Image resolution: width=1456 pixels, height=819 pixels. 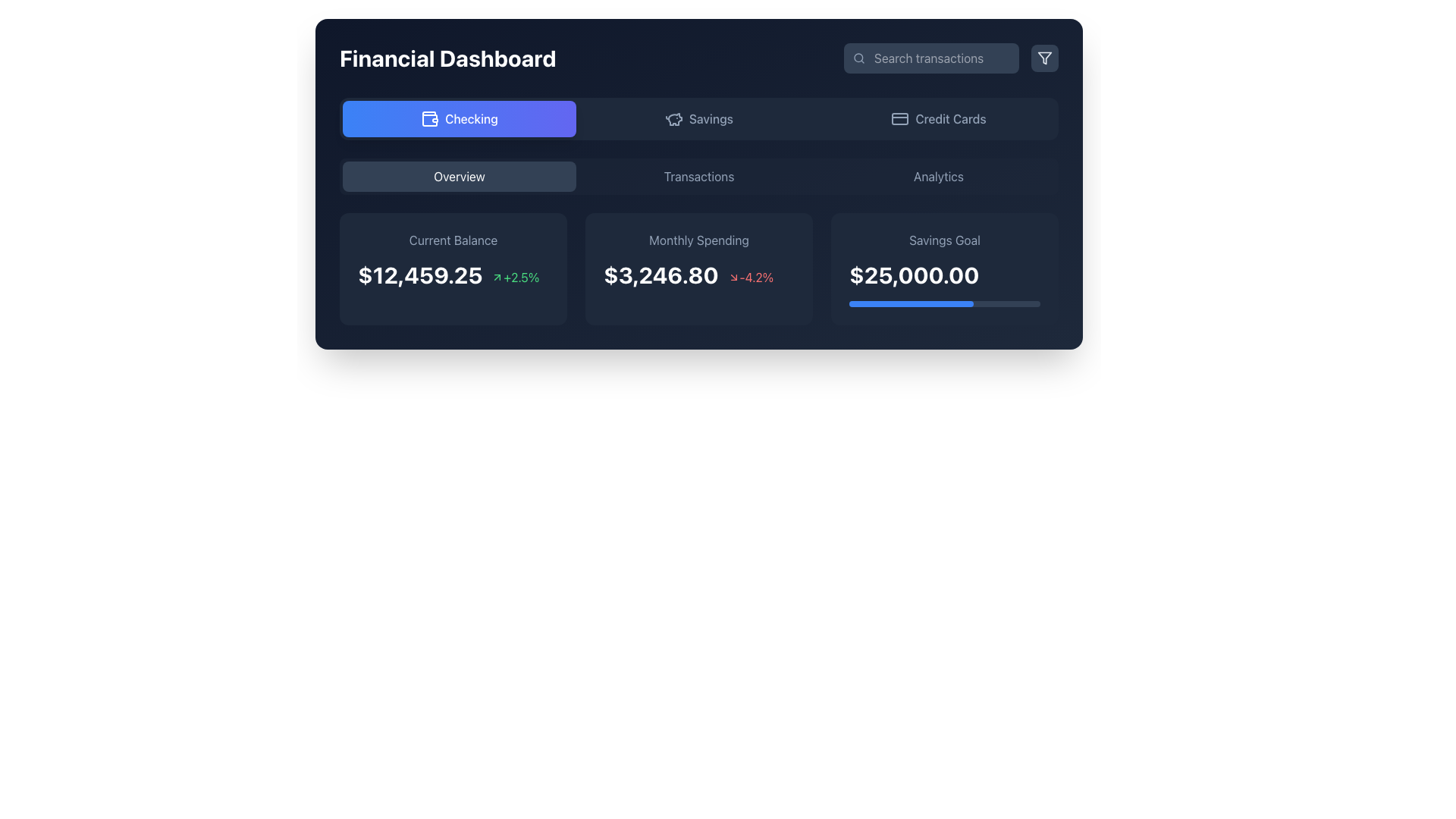 I want to click on the small, thin-lined, rightward-pointing red arrow icon located in the 'Monthly Spending' section, adjacent to the text '-4.2%', so click(x=733, y=278).